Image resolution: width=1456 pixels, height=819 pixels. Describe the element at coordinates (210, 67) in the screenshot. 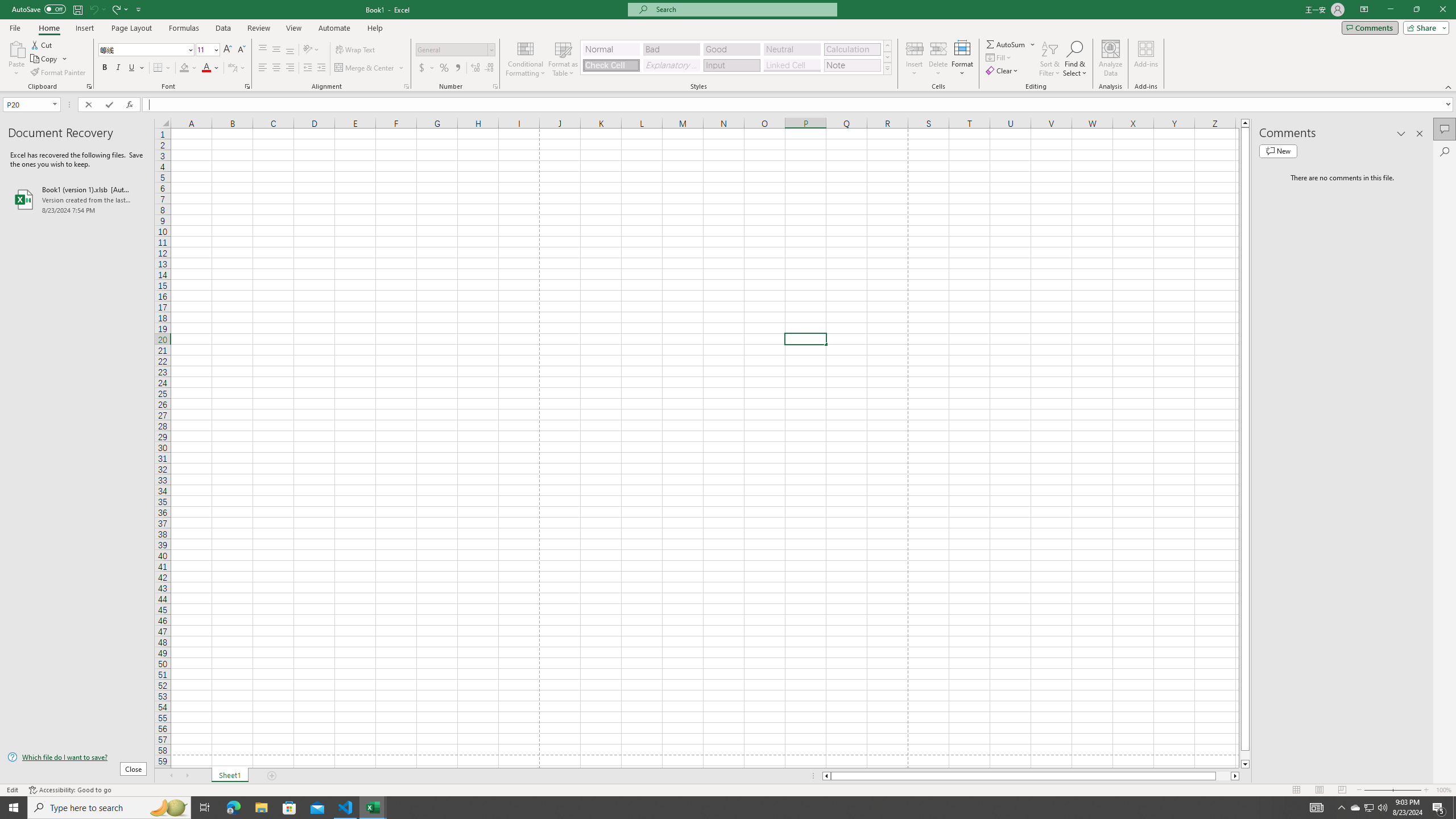

I see `'Font Color'` at that location.